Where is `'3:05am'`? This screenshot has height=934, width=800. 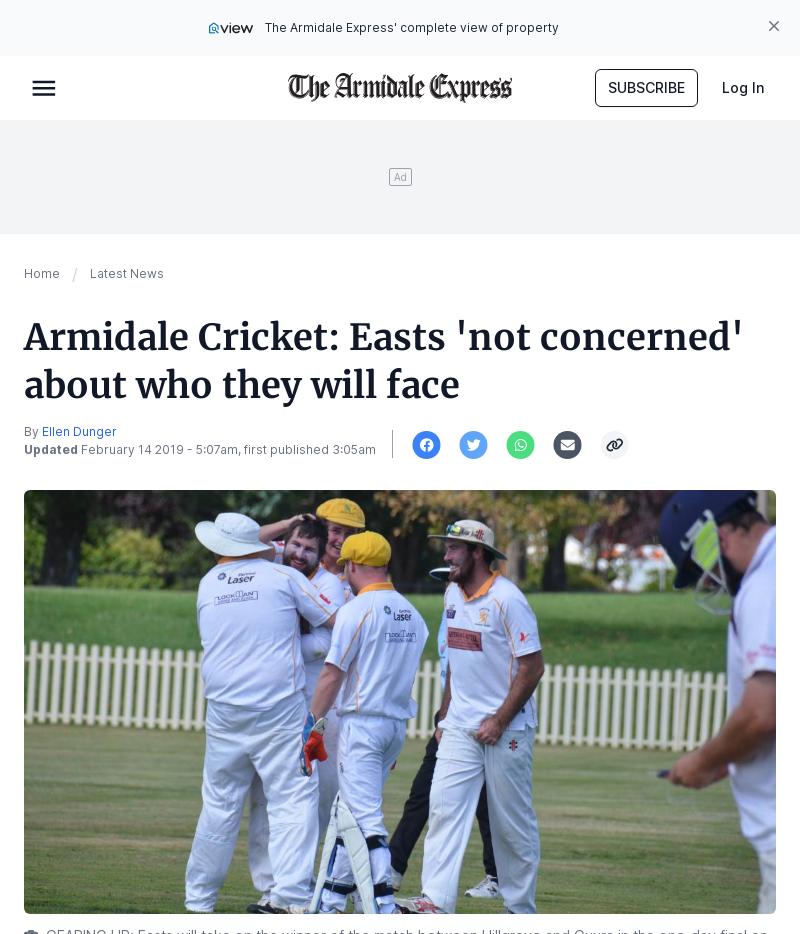
'3:05am' is located at coordinates (354, 449).